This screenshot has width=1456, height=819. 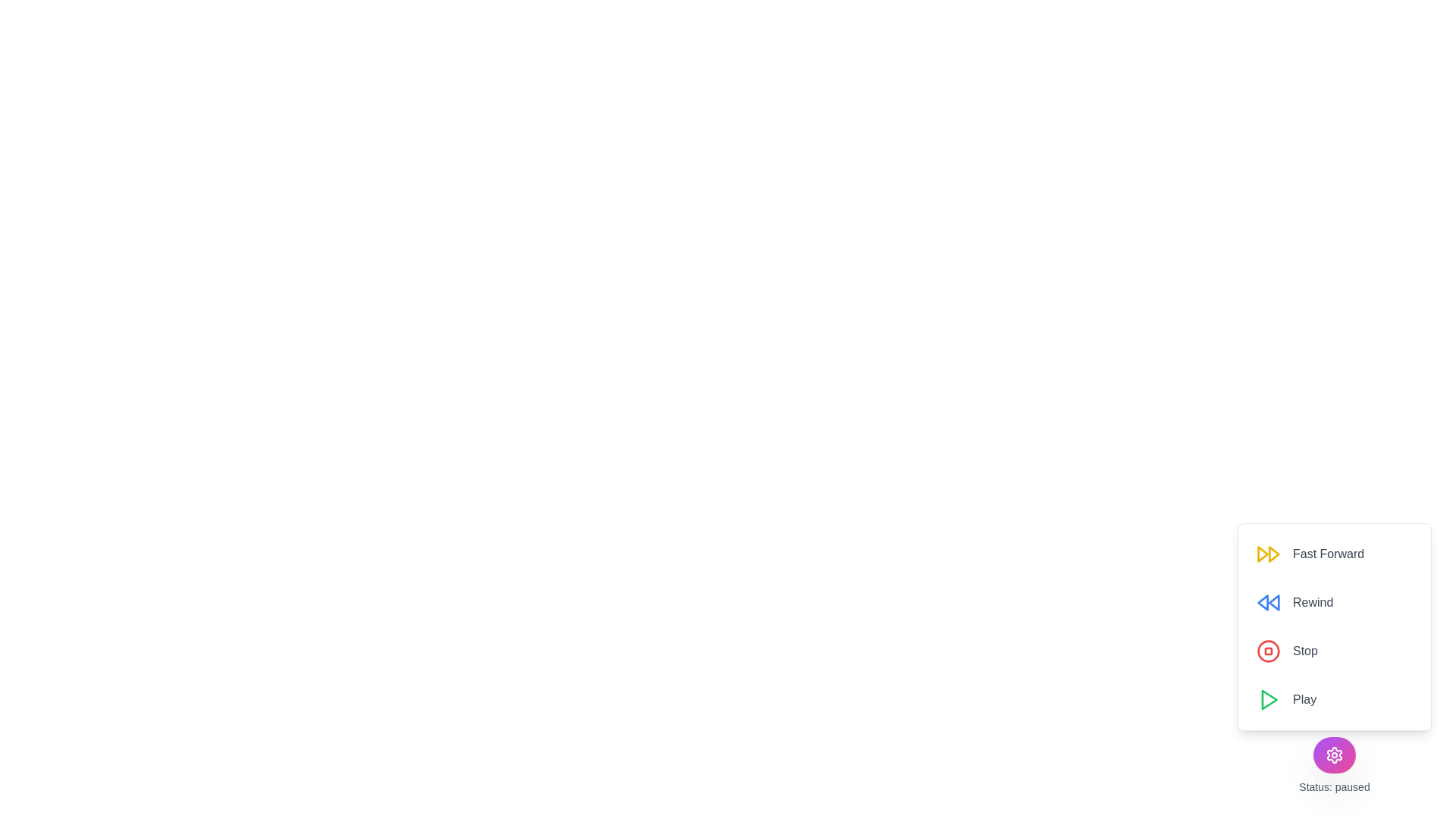 What do you see at coordinates (1294, 601) in the screenshot?
I see `the 'Rewind' button to change the status to 'rewind'` at bounding box center [1294, 601].